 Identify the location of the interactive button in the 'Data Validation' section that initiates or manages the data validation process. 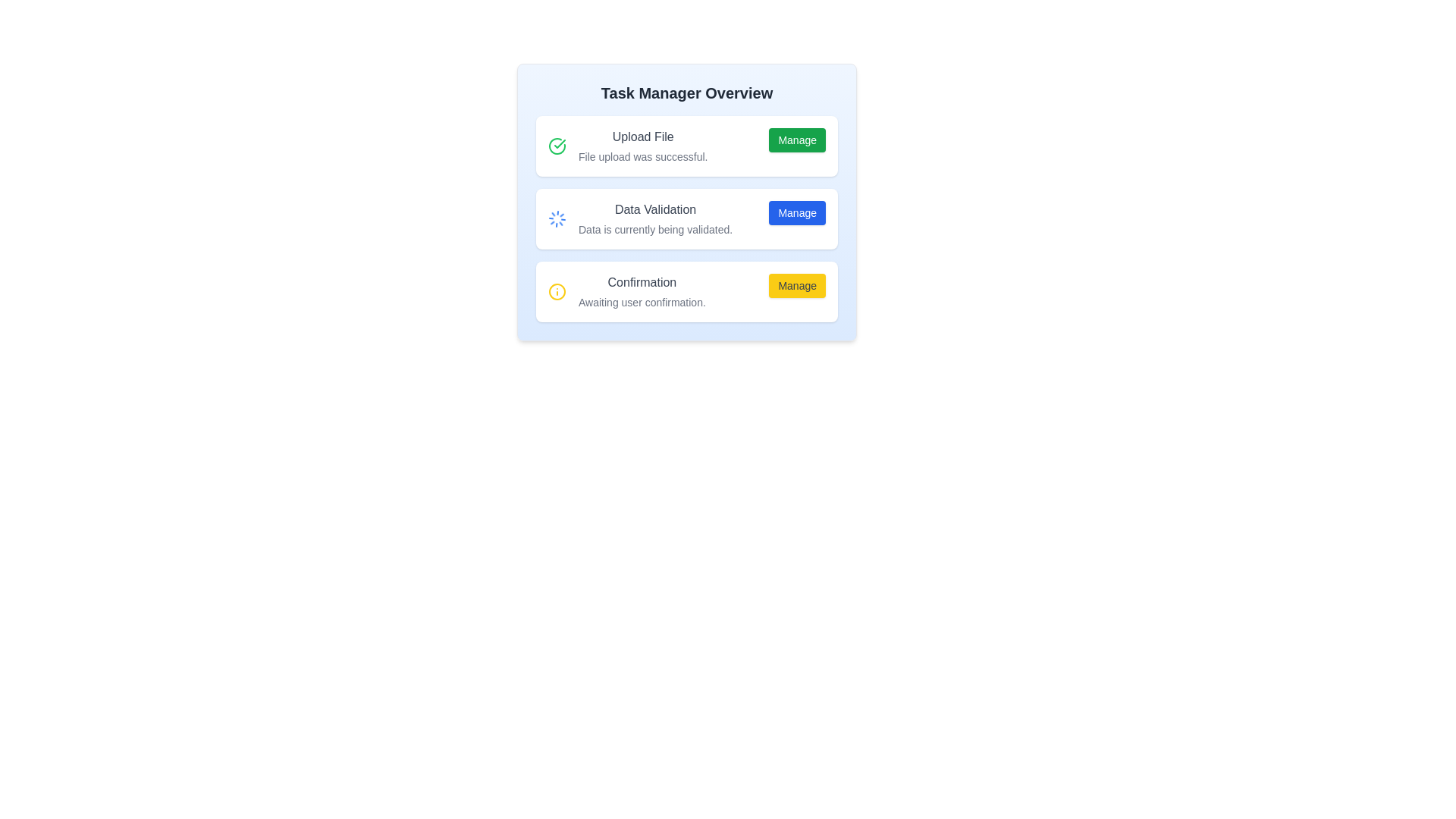
(796, 213).